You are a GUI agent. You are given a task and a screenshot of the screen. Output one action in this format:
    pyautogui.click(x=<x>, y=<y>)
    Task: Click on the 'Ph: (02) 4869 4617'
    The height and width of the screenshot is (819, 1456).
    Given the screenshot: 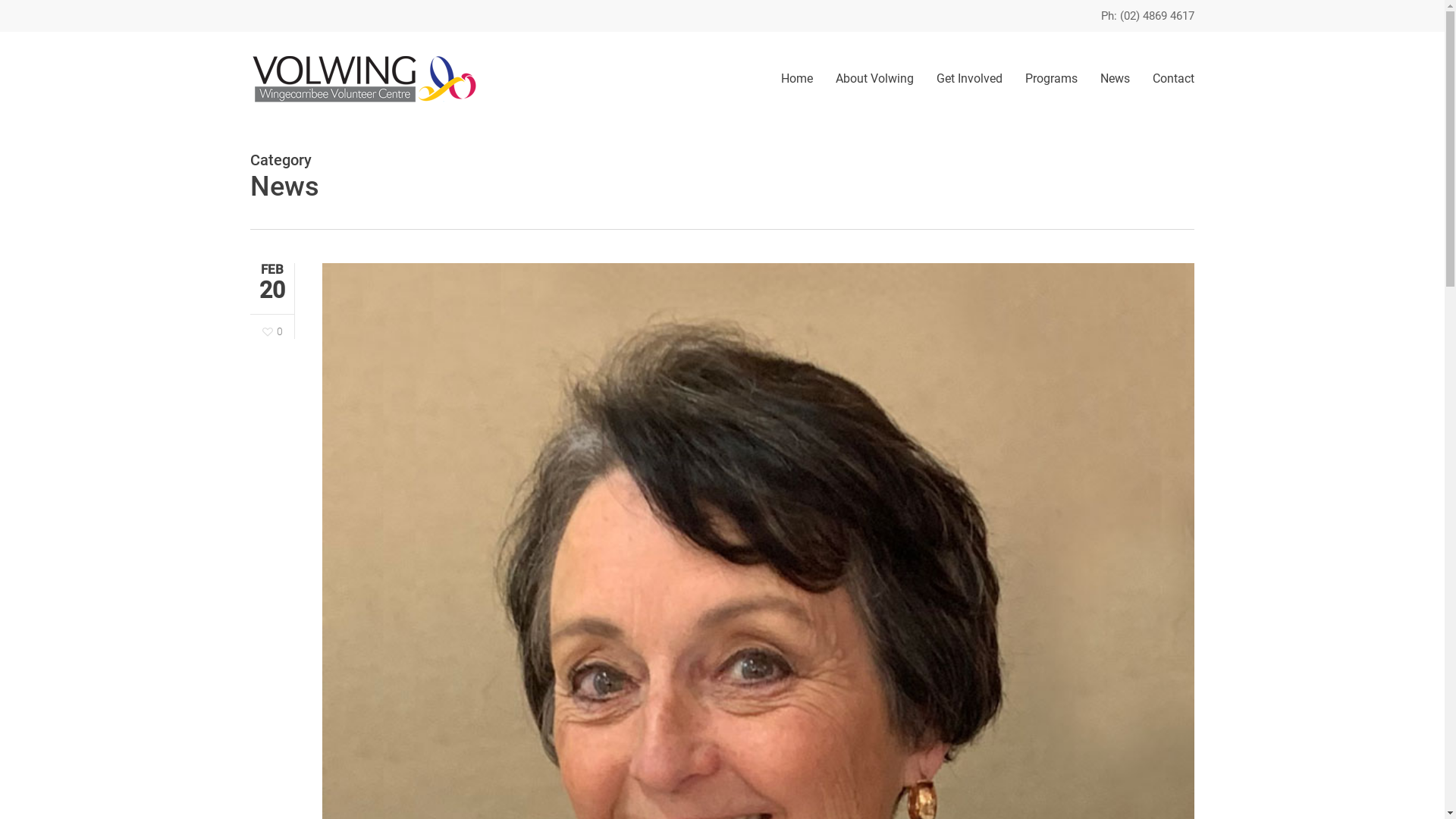 What is the action you would take?
    pyautogui.click(x=1147, y=15)
    